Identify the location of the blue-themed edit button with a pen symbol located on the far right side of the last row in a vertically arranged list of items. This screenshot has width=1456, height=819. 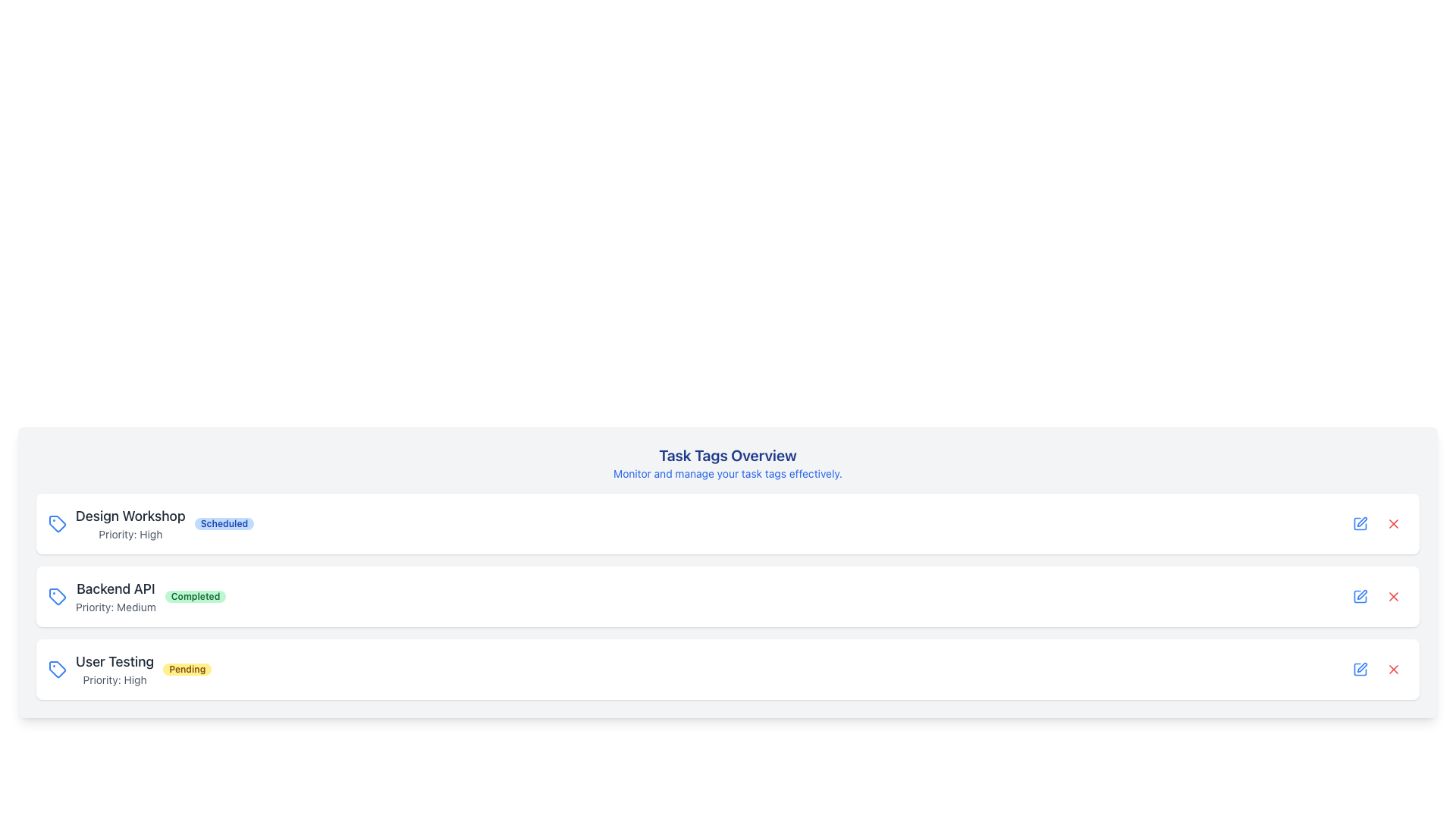
(1360, 669).